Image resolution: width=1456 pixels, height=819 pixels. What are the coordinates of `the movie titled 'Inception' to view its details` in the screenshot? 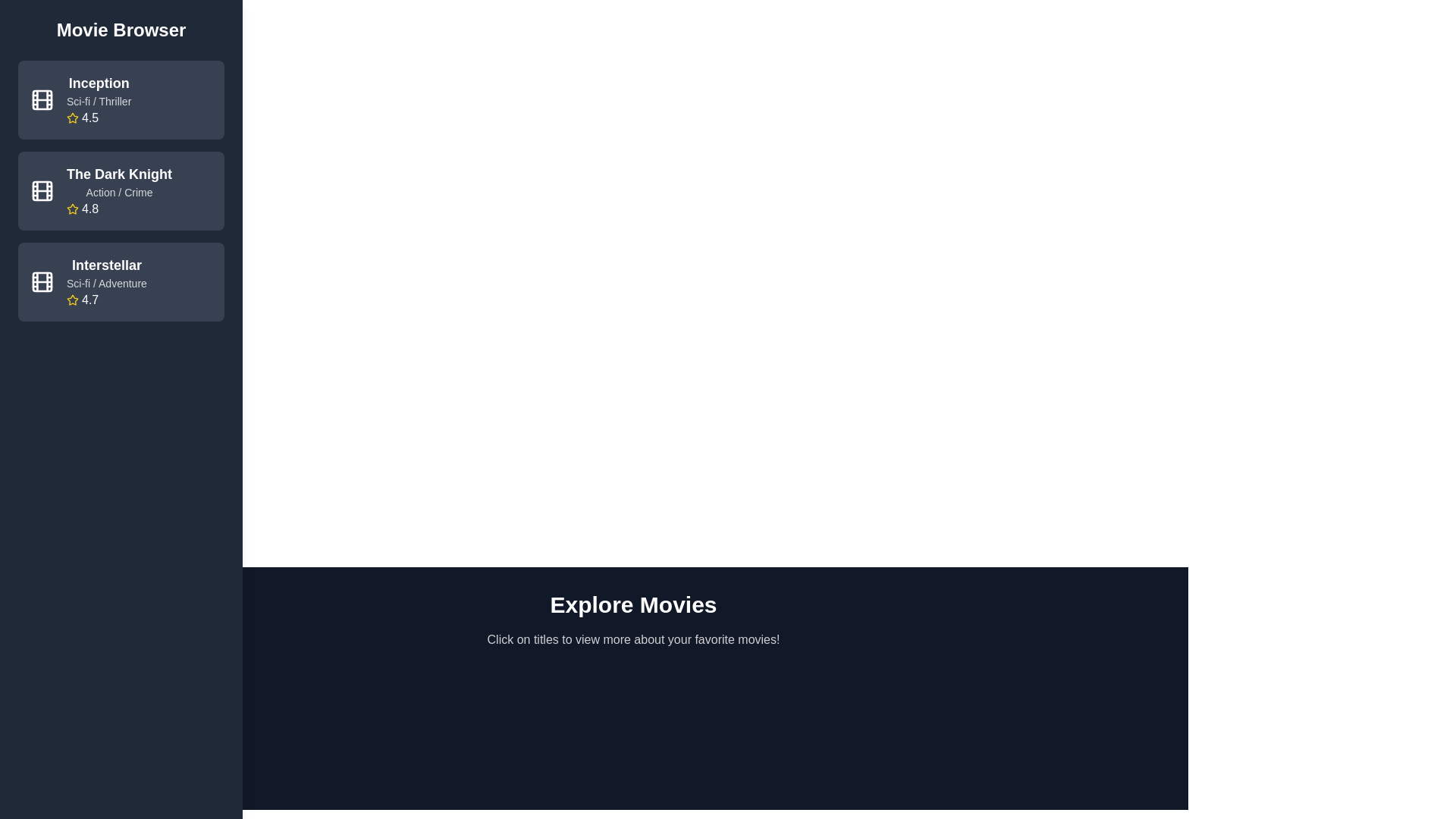 It's located at (120, 99).